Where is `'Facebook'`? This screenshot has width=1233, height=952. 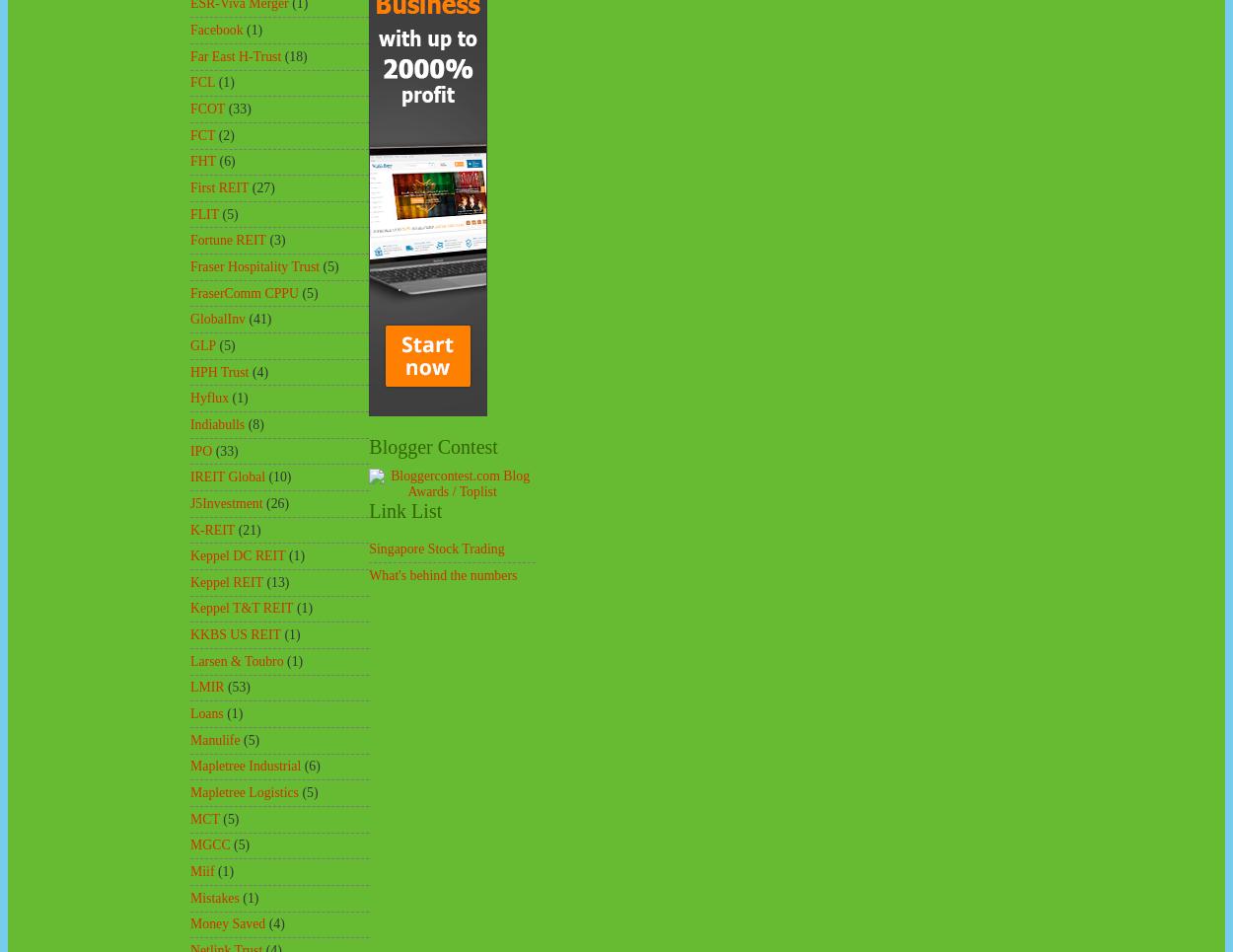 'Facebook' is located at coordinates (215, 29).